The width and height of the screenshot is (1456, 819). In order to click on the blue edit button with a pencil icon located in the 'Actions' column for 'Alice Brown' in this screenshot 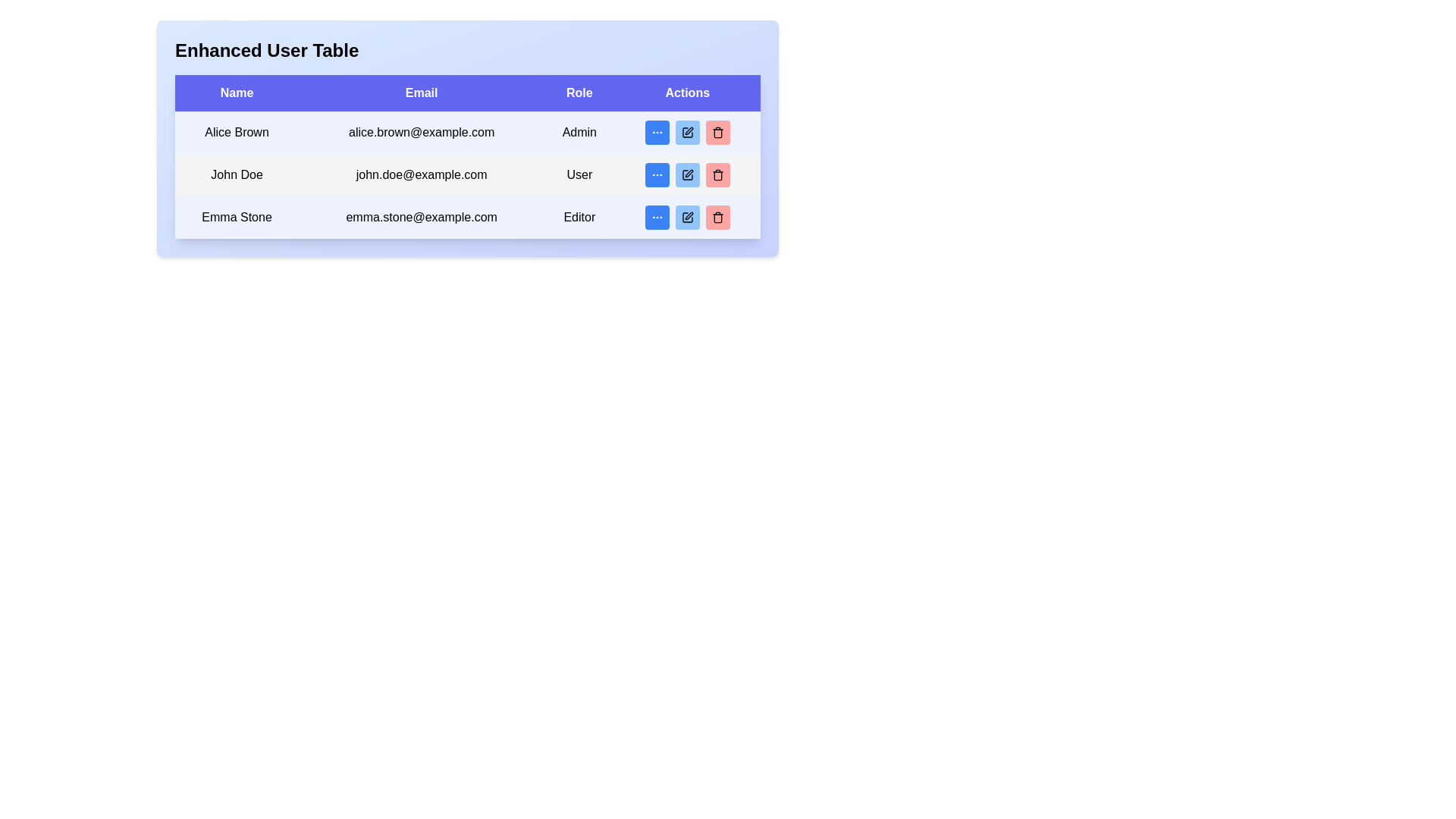, I will do `click(686, 131)`.